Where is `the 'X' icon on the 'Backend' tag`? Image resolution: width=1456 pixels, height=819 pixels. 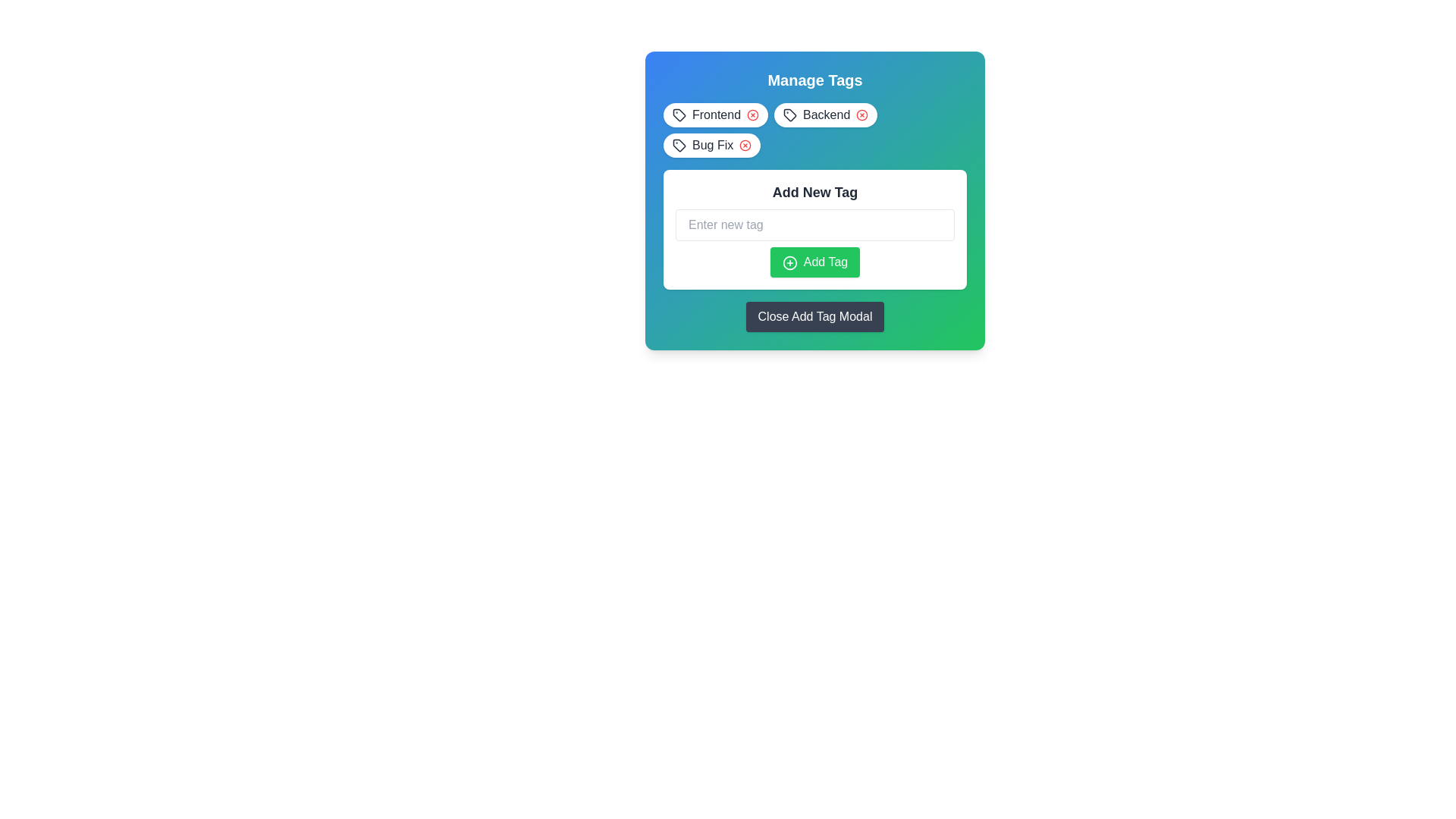 the 'X' icon on the 'Backend' tag is located at coordinates (825, 114).